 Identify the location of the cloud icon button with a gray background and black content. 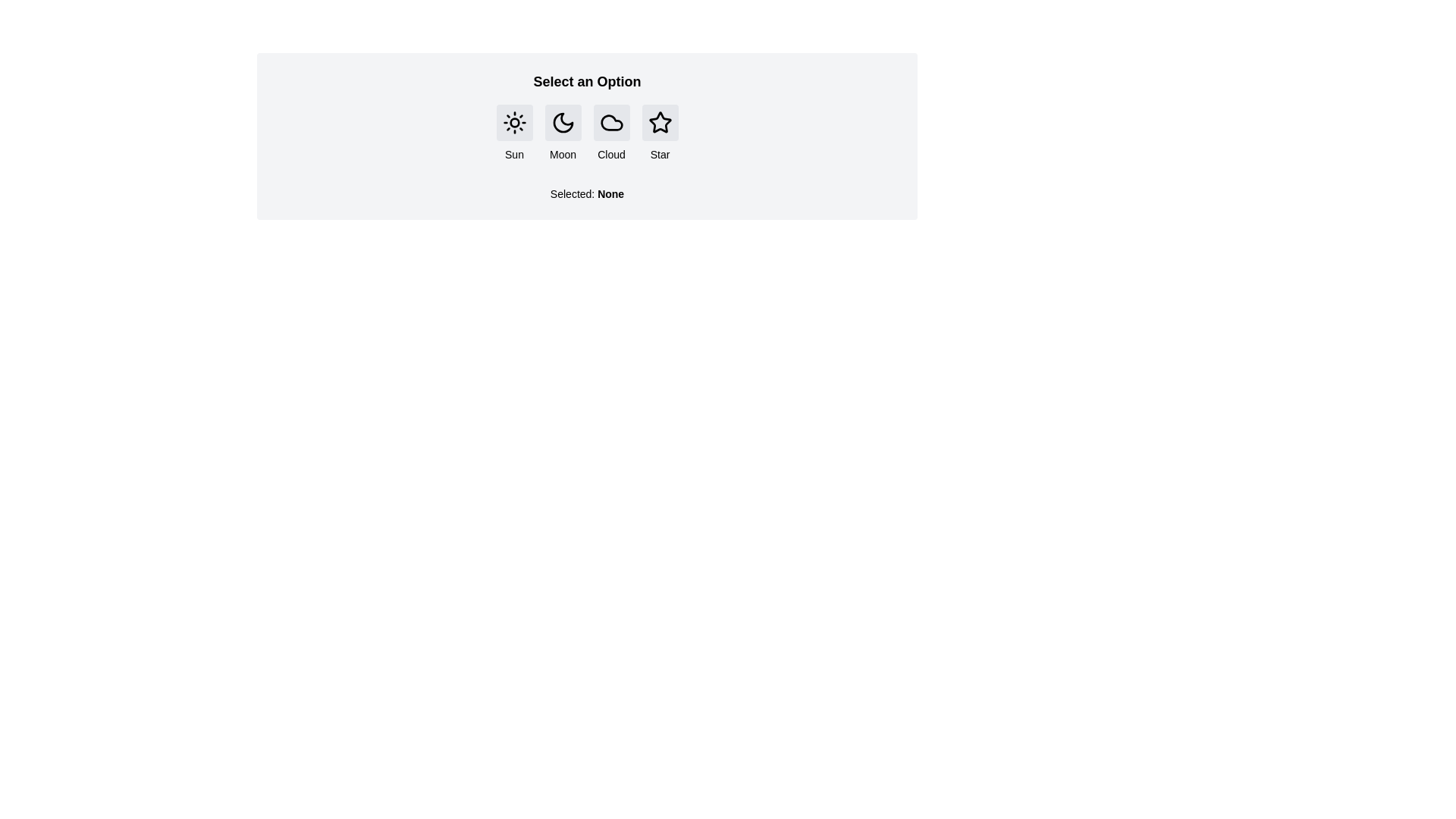
(611, 122).